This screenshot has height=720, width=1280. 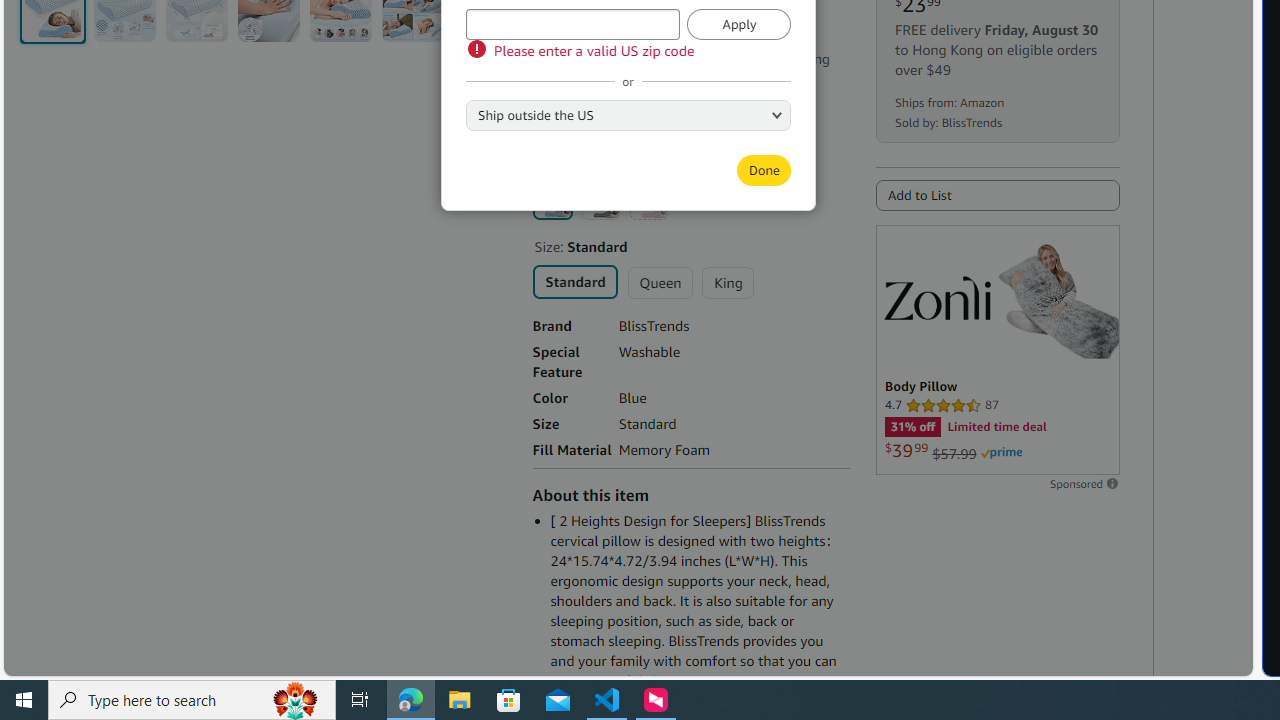 What do you see at coordinates (738, 24) in the screenshot?
I see `'Apply'` at bounding box center [738, 24].